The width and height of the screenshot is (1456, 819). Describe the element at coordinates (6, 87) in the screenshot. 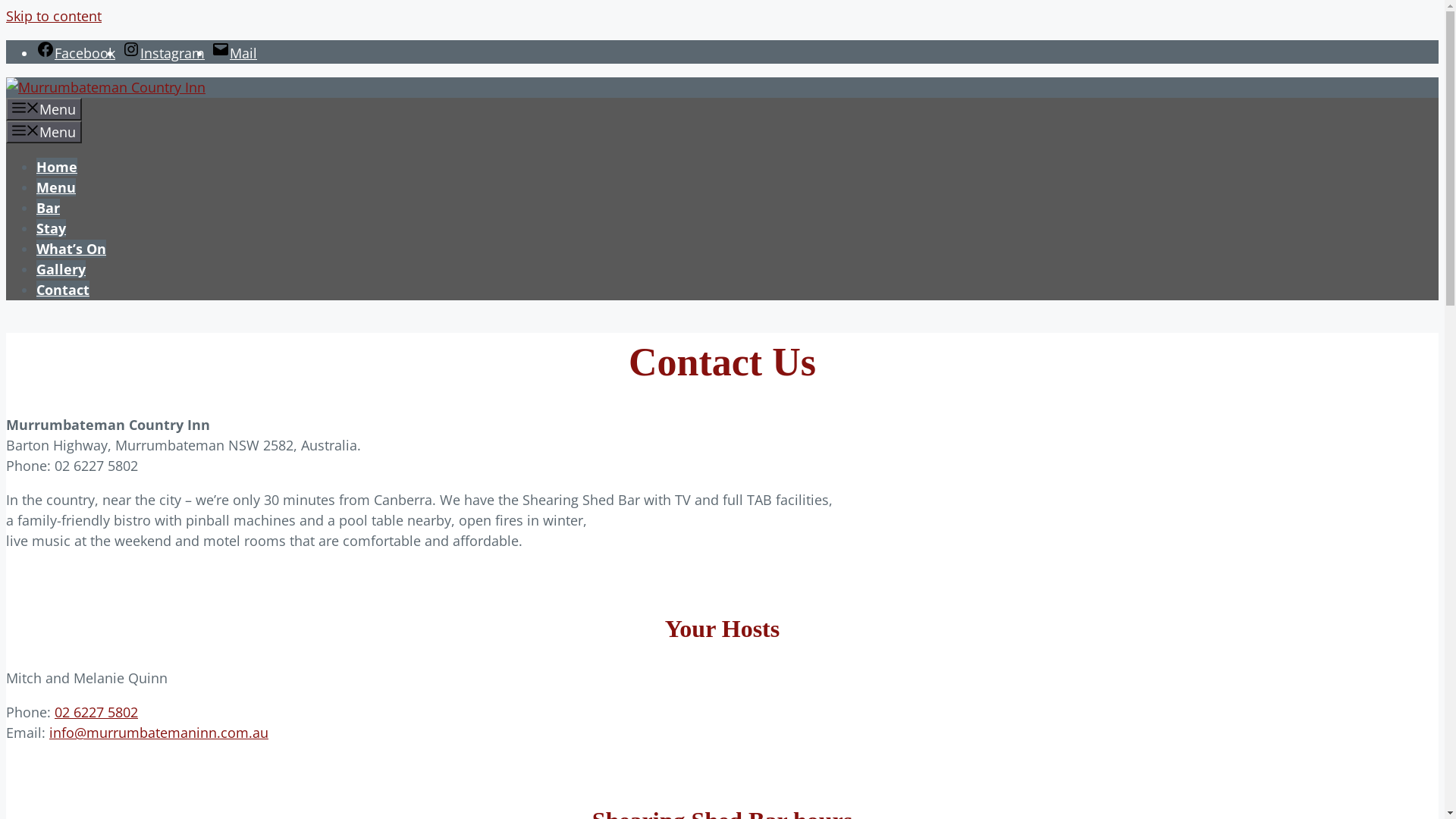

I see `'Murrumbateman Country Inn'` at that location.